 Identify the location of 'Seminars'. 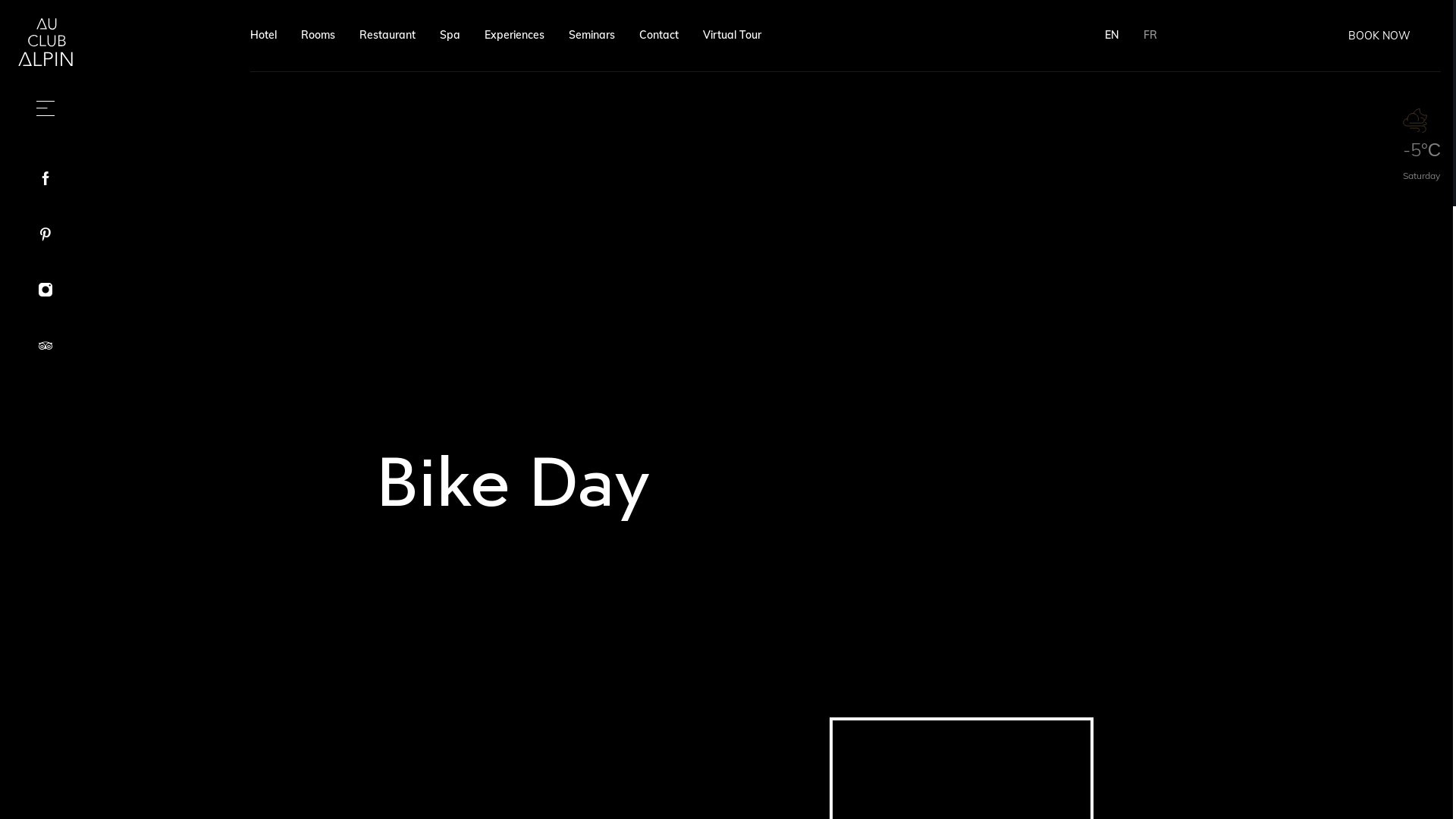
(591, 34).